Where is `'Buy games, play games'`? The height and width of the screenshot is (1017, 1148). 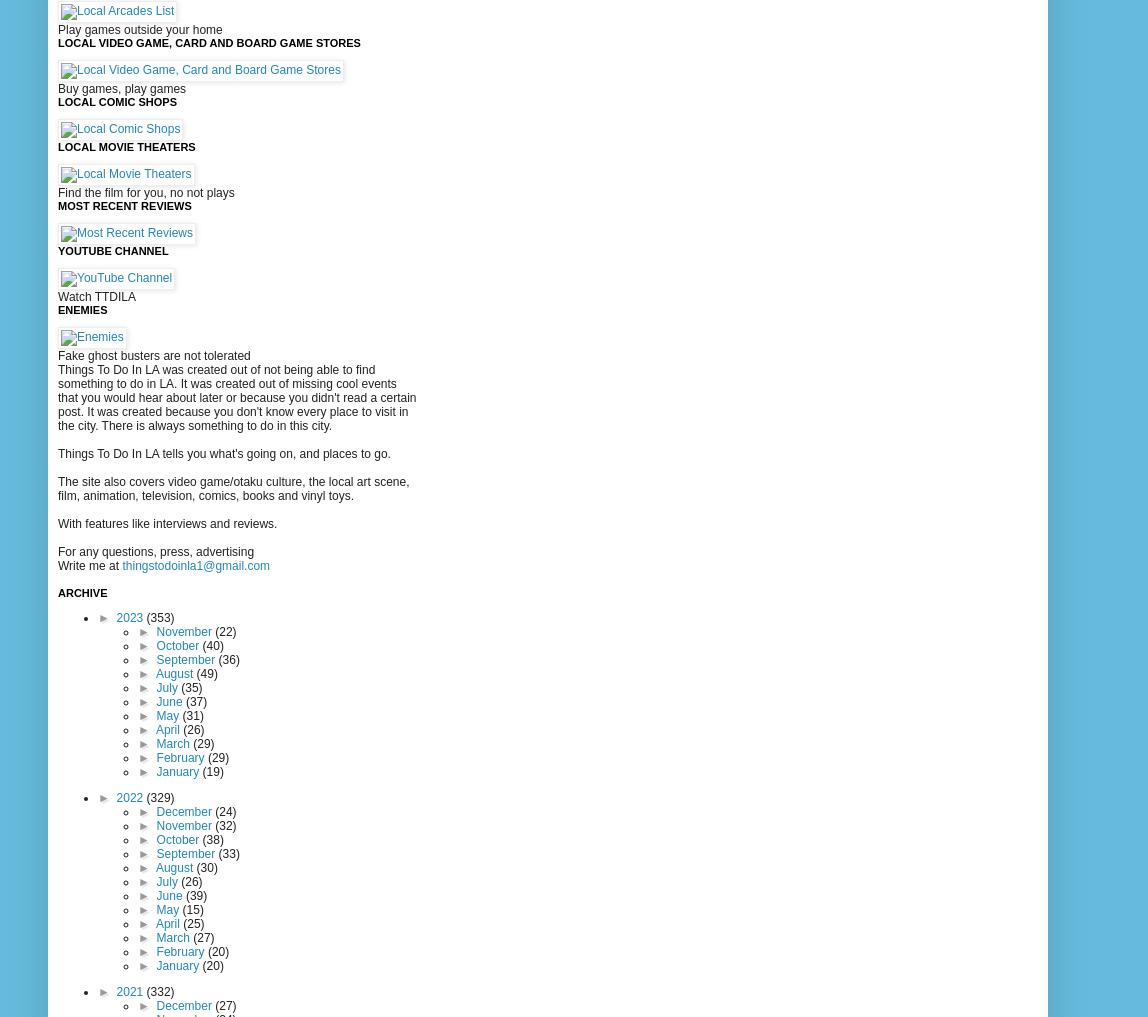 'Buy games, play games' is located at coordinates (122, 87).